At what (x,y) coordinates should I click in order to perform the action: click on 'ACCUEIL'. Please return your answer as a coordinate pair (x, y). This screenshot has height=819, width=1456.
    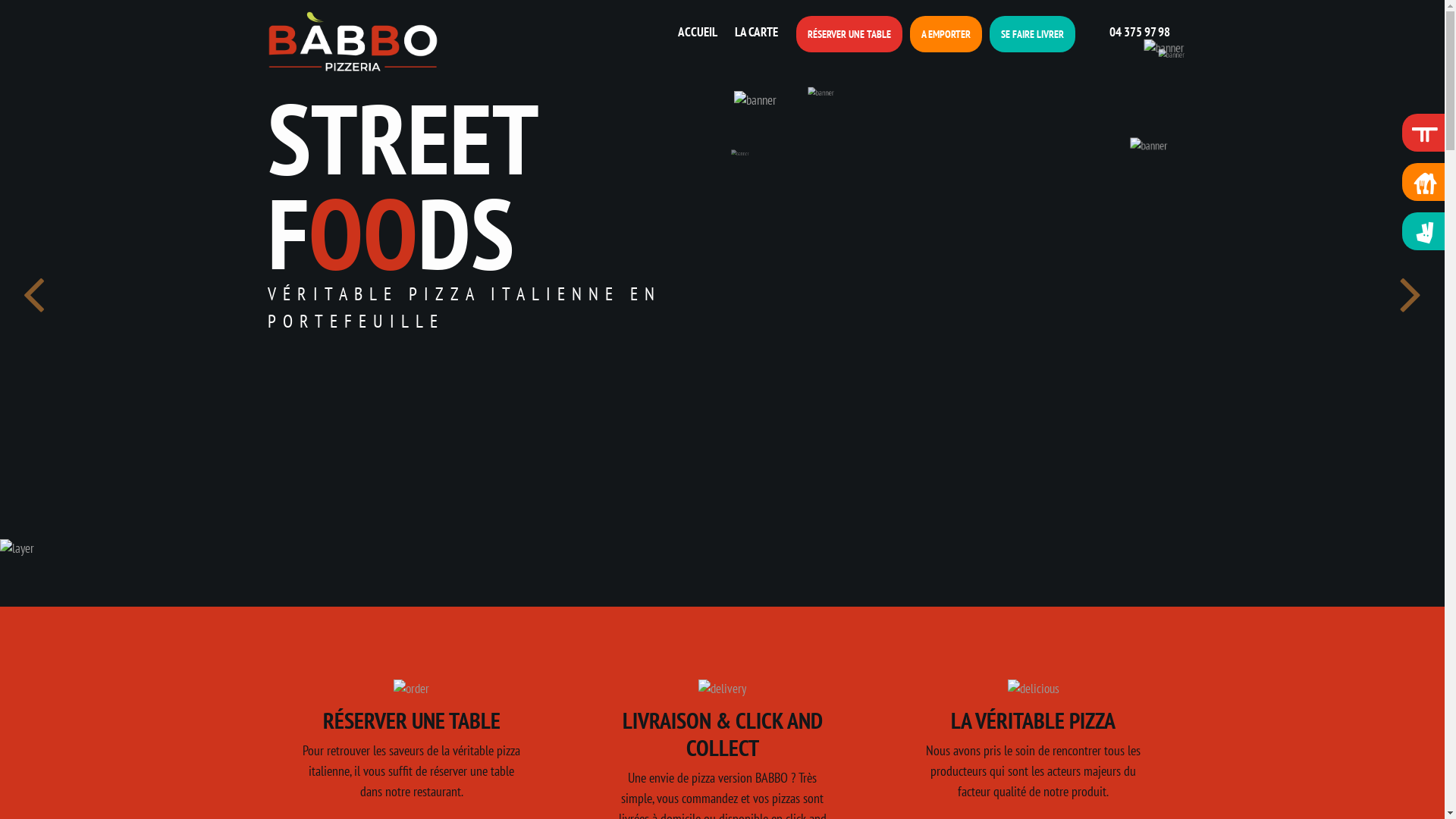
    Looking at the image, I should click on (671, 32).